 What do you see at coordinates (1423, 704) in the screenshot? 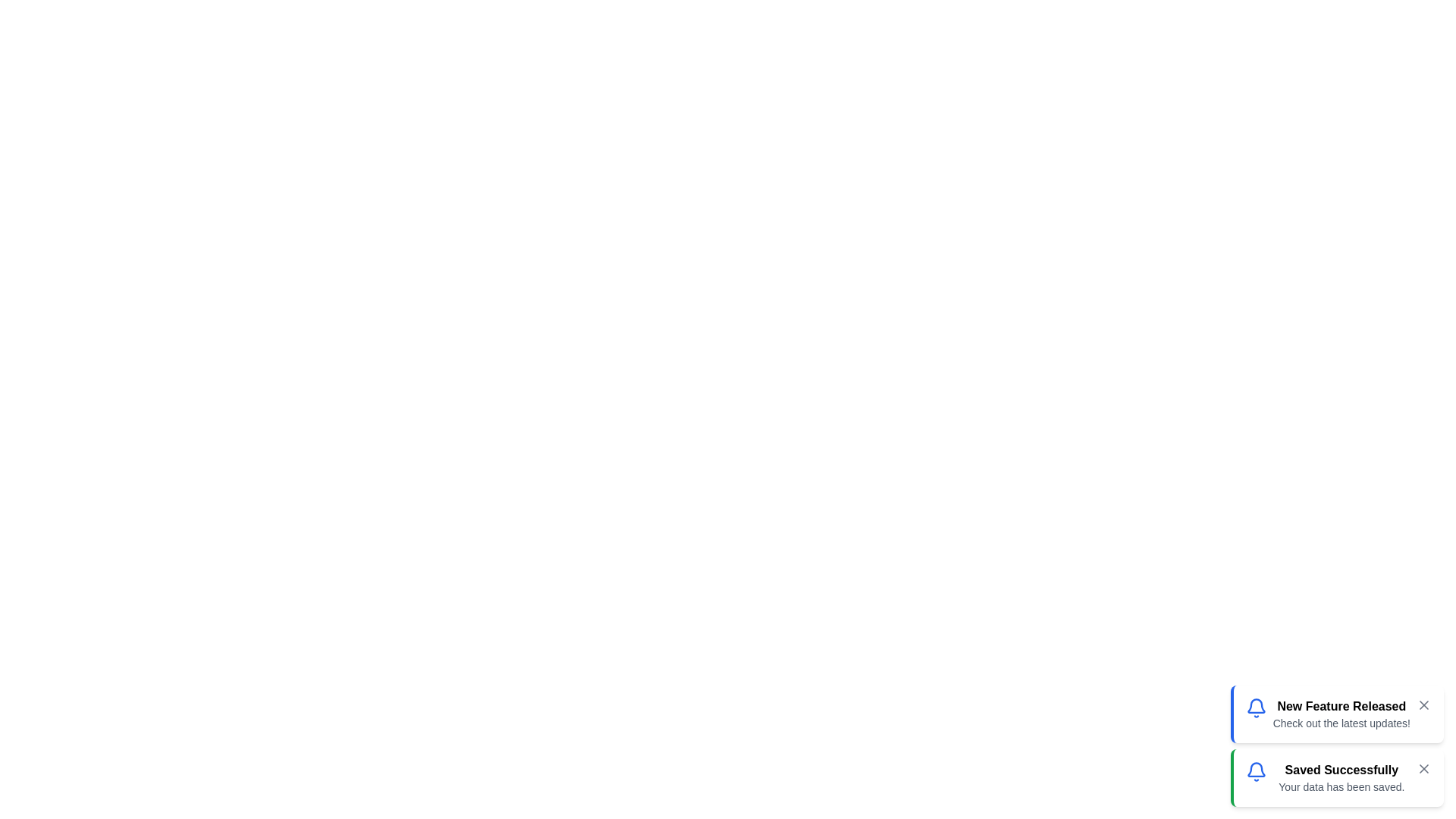
I see `the close icon located at the top-right corner of the 'New Feature Released' notification card` at bounding box center [1423, 704].